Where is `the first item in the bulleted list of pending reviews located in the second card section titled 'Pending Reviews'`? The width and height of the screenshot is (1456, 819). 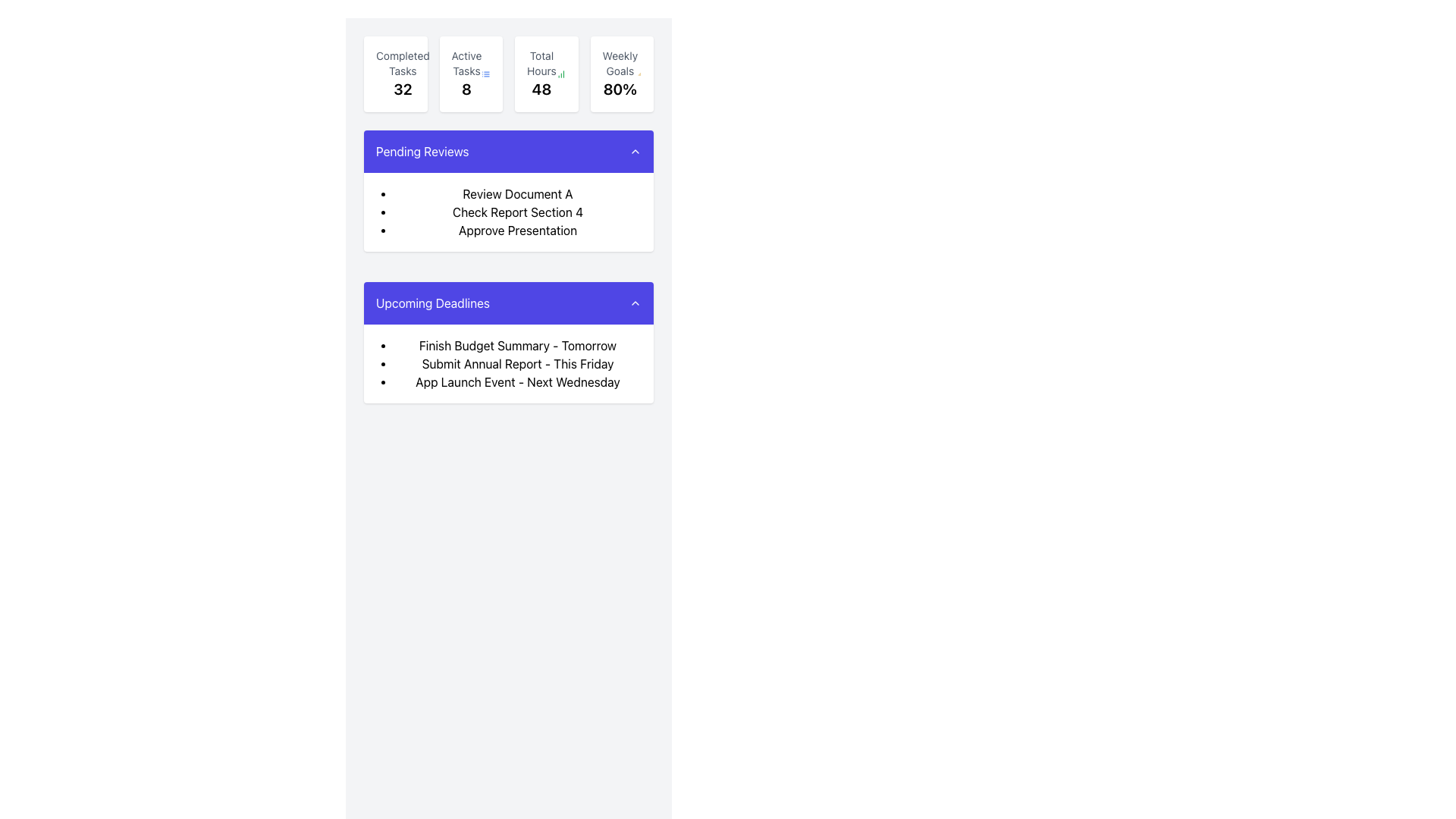 the first item in the bulleted list of pending reviews located in the second card section titled 'Pending Reviews' is located at coordinates (517, 193).